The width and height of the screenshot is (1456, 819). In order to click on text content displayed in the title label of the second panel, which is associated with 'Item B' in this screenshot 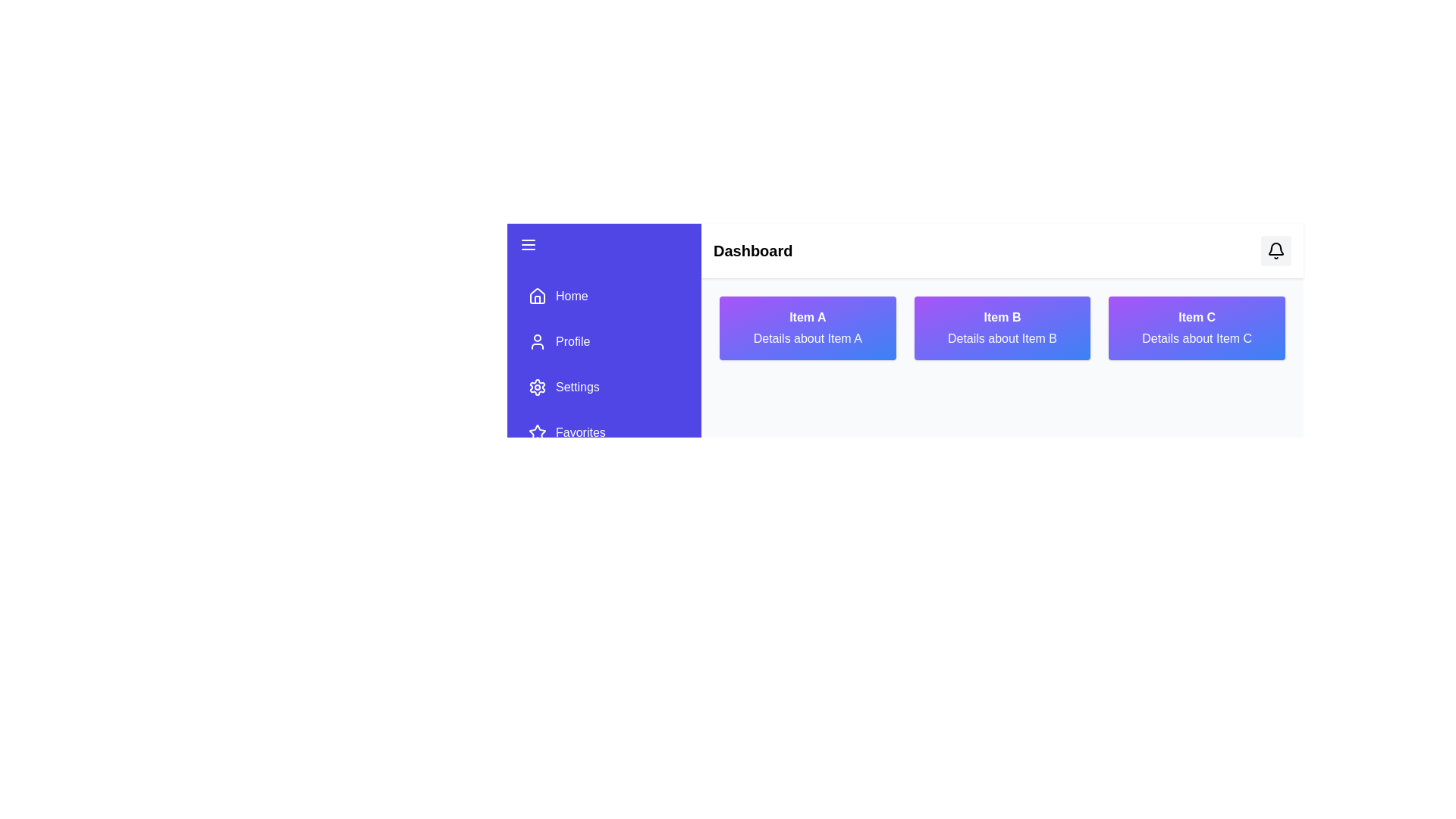, I will do `click(1002, 317)`.